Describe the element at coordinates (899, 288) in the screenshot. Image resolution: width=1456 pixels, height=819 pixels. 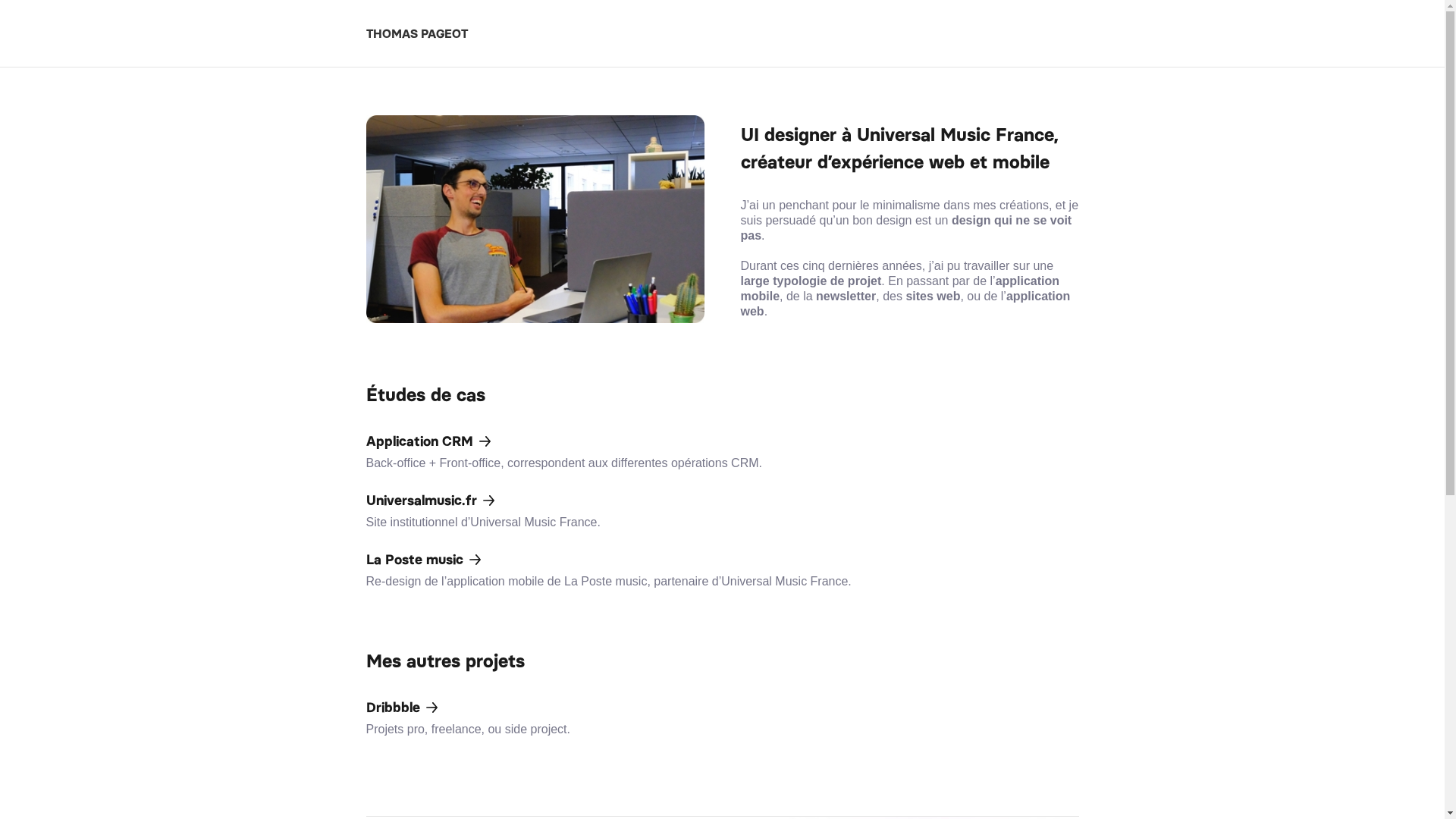
I see `'application mobile'` at that location.